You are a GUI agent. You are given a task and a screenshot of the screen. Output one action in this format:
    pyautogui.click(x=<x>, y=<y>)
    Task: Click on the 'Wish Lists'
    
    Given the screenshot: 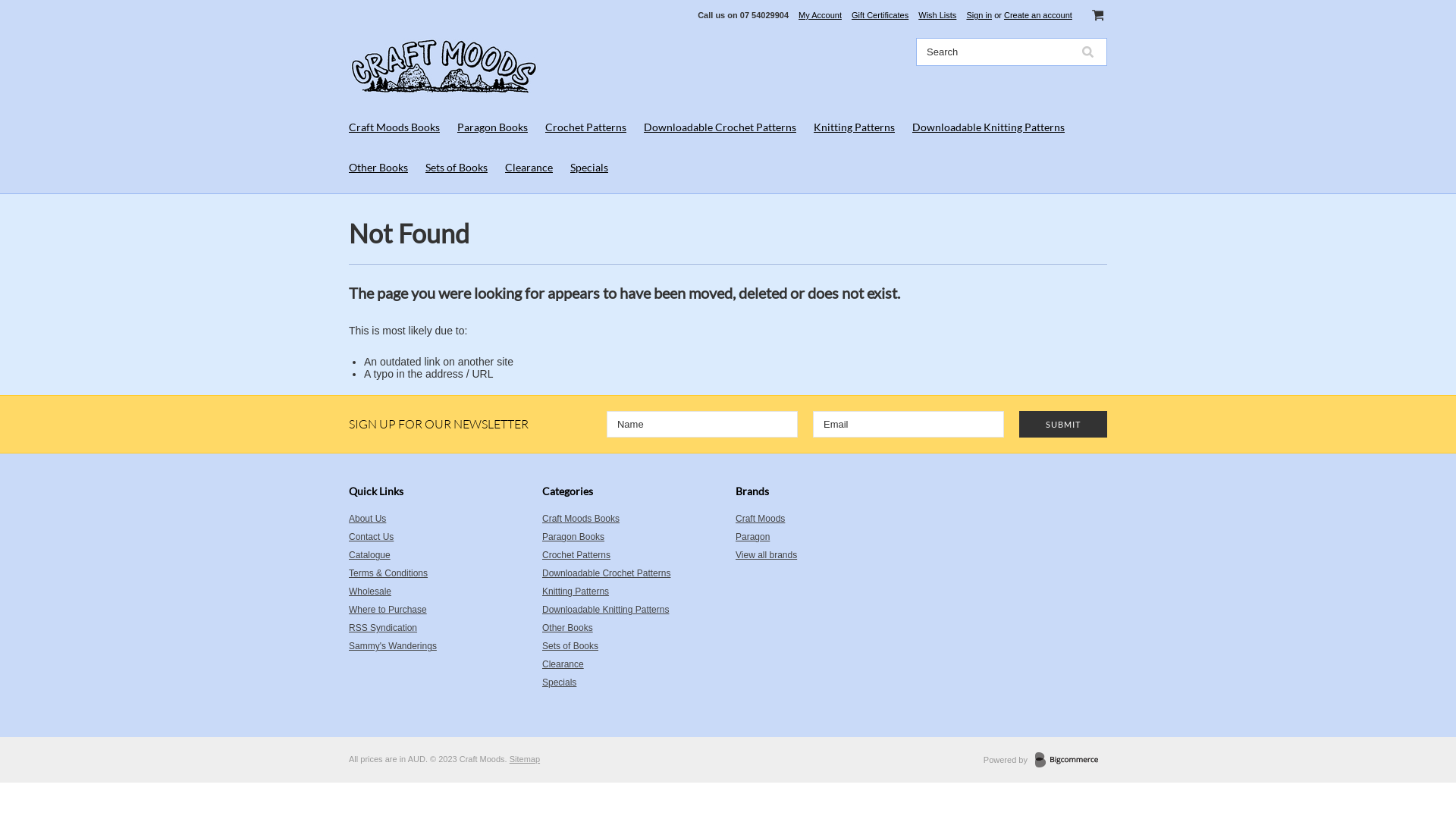 What is the action you would take?
    pyautogui.click(x=937, y=14)
    